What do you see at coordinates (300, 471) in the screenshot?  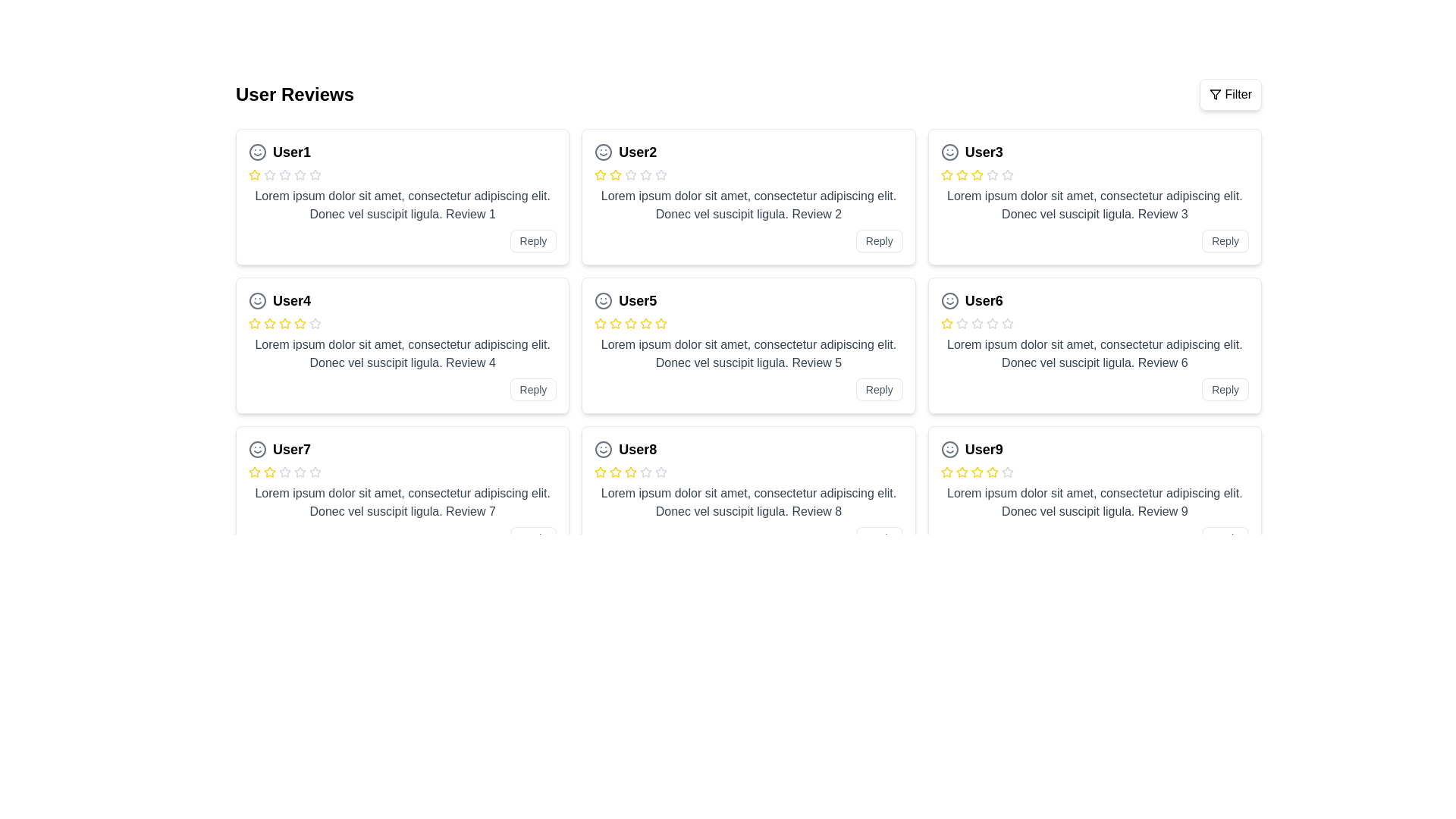 I see `the graphical star icon with an outlined shape and gray coloring, located within the fourth star in the rating row under 'User7's review card` at bounding box center [300, 471].